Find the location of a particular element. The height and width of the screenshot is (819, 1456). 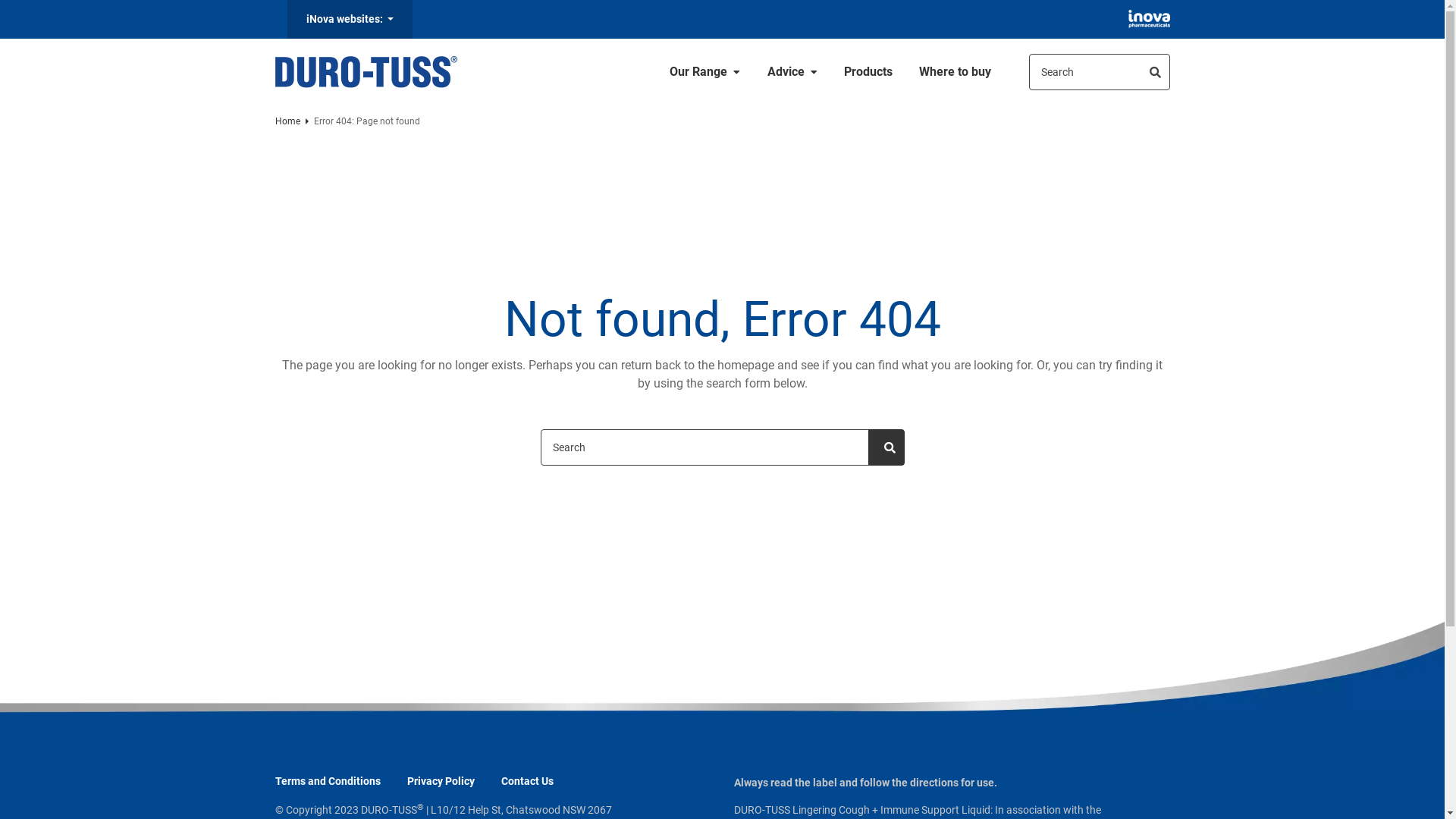

'Terms and Conditions' is located at coordinates (326, 780).